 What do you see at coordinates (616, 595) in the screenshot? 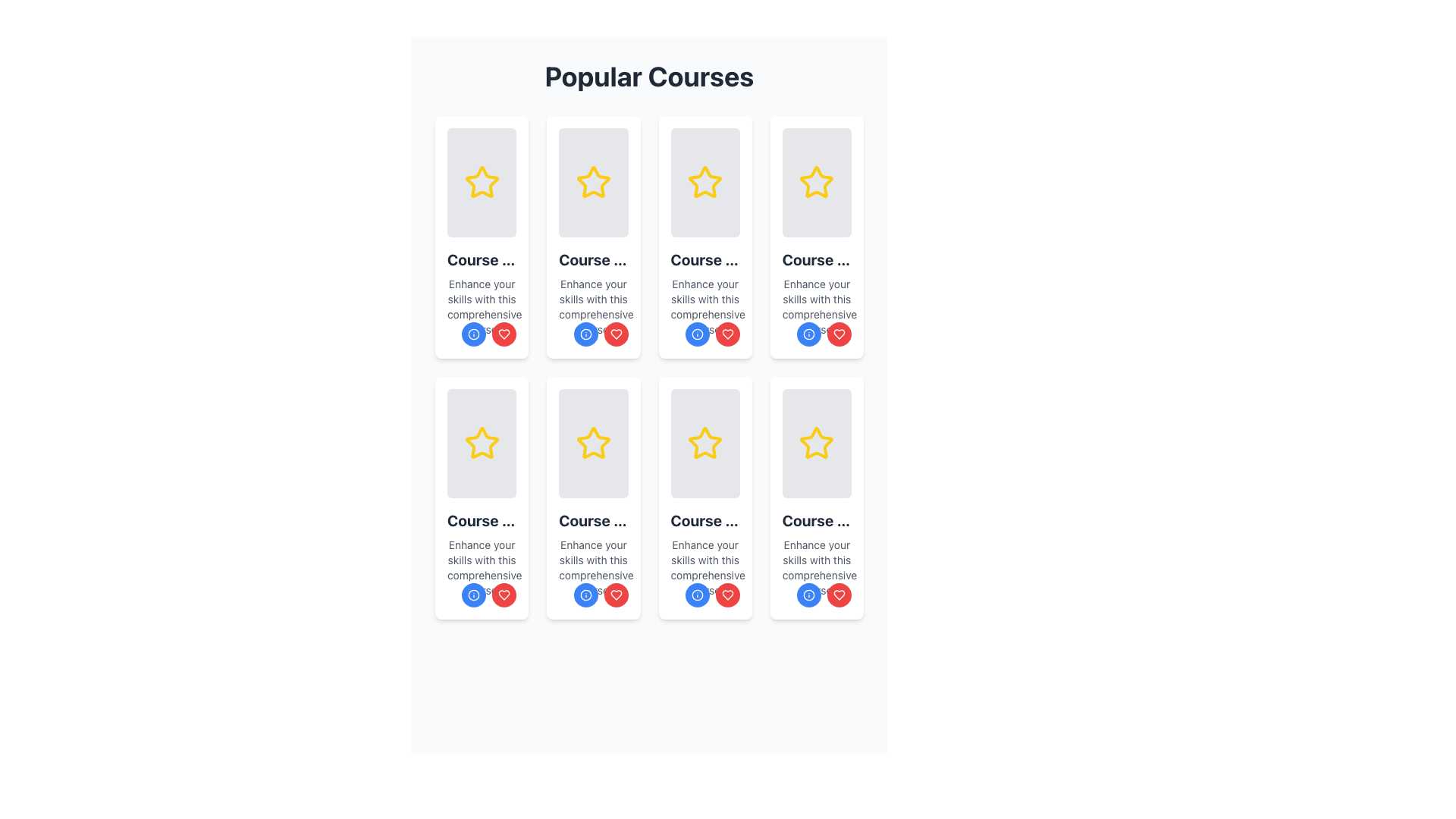
I see `the heart button located in the sixth card of the 'Popular Courses' section to mark the associated course as a favorite` at bounding box center [616, 595].